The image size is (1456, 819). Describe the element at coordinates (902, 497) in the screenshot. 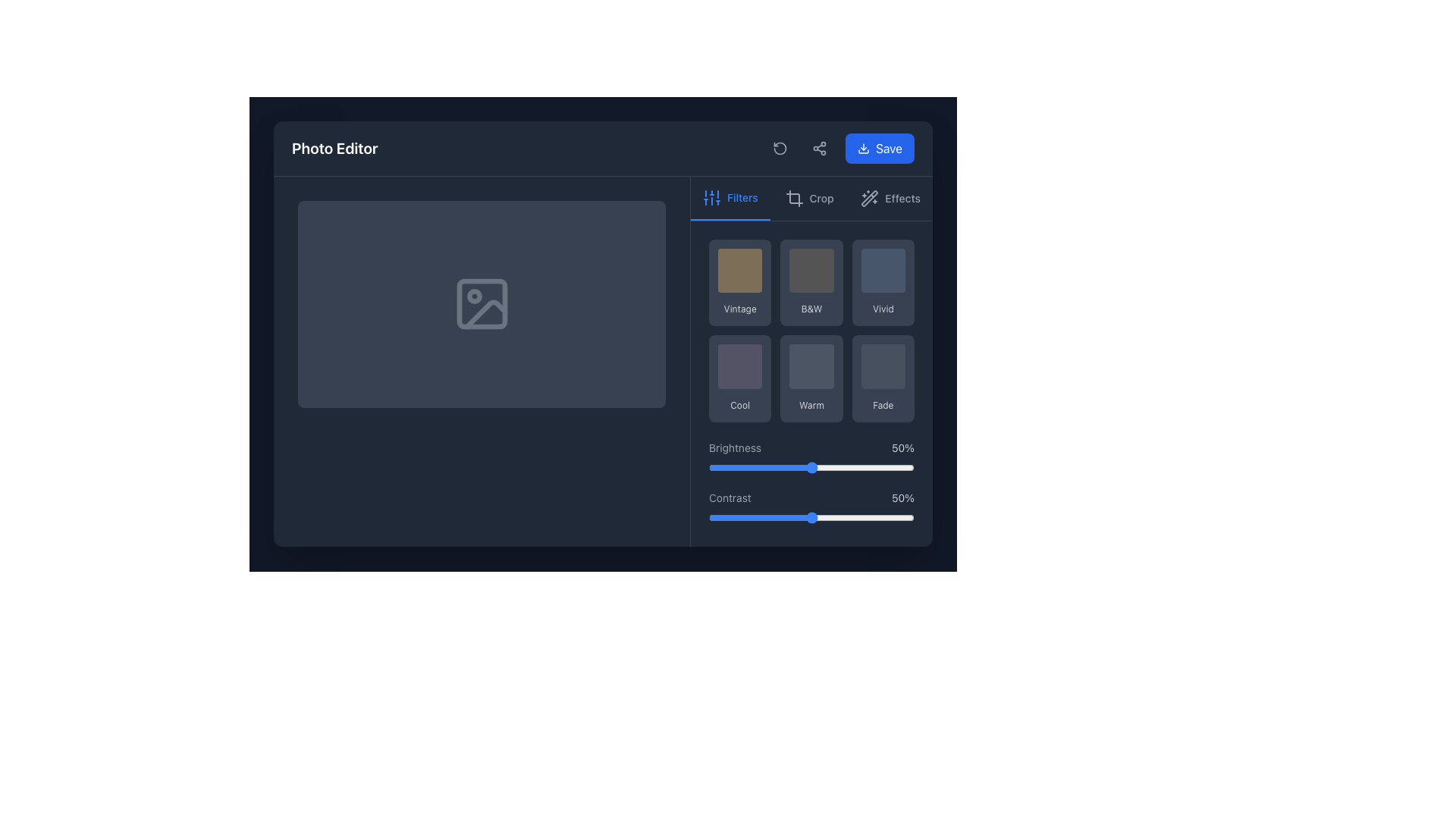

I see `current contrast value displayed as a percentage in the text label located to the right of the 'Contrast' label within the contrast adjustment section of the photo editor interface` at that location.